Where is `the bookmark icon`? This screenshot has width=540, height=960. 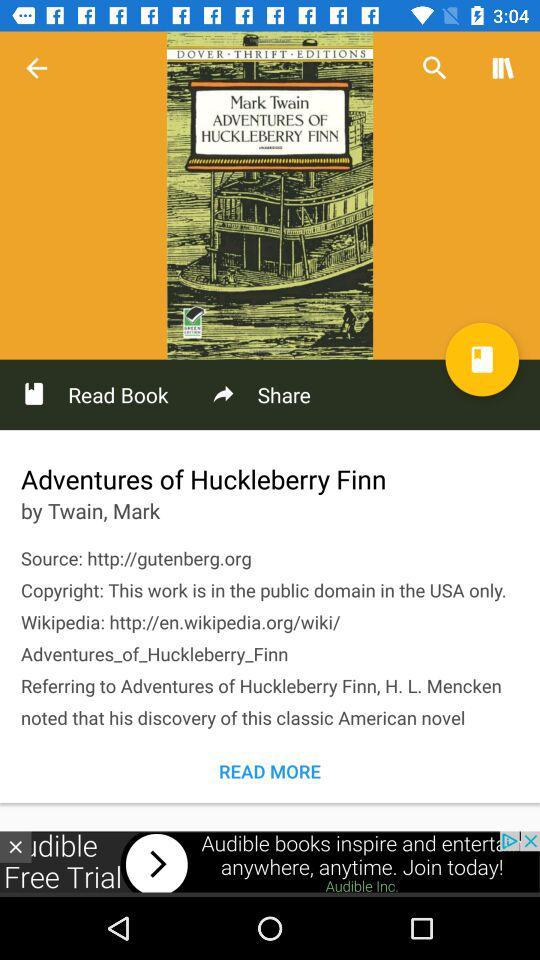 the bookmark icon is located at coordinates (481, 359).